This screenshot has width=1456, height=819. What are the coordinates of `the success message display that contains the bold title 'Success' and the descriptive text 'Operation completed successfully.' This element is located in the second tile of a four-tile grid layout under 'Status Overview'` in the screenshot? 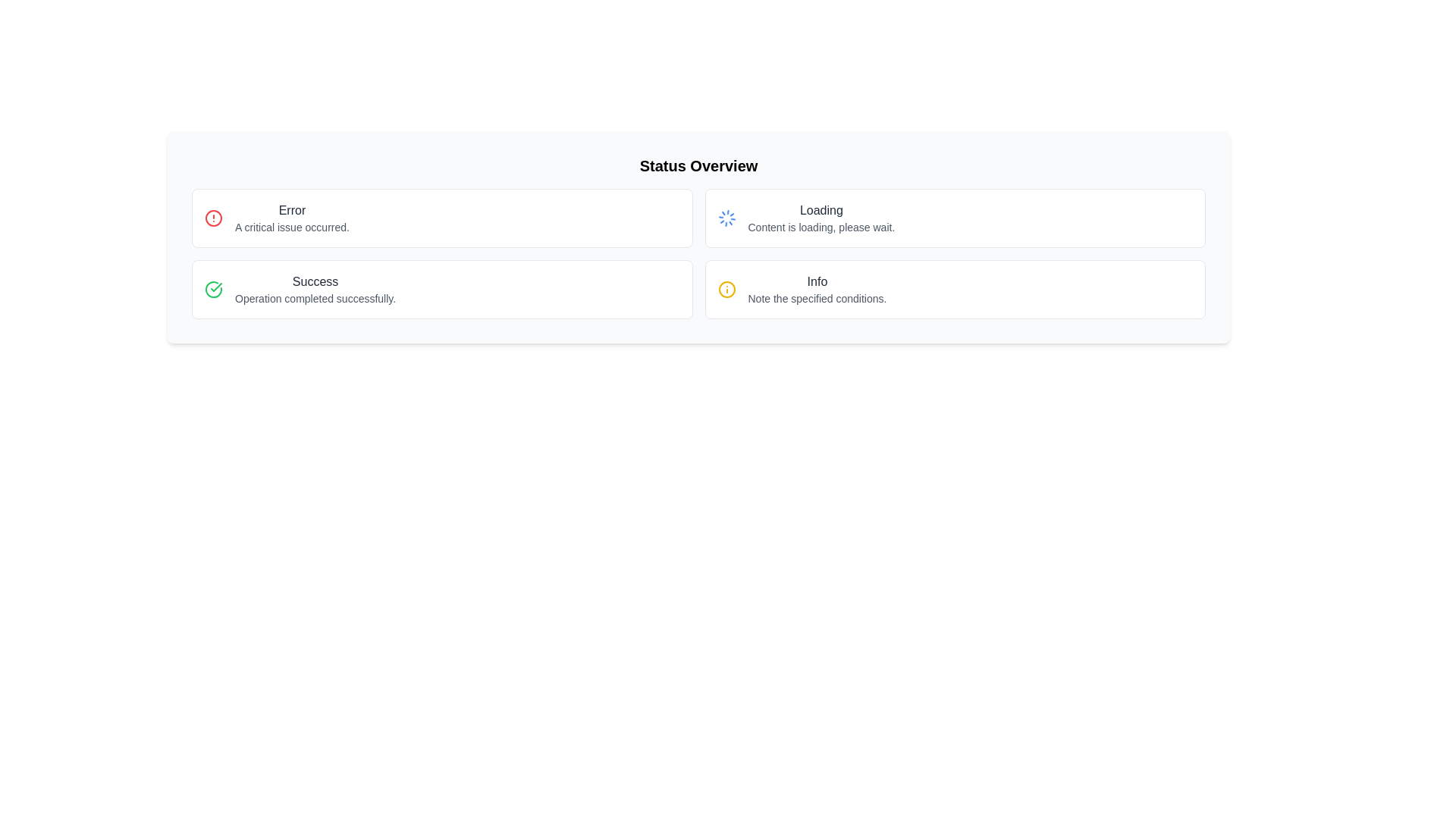 It's located at (315, 289).